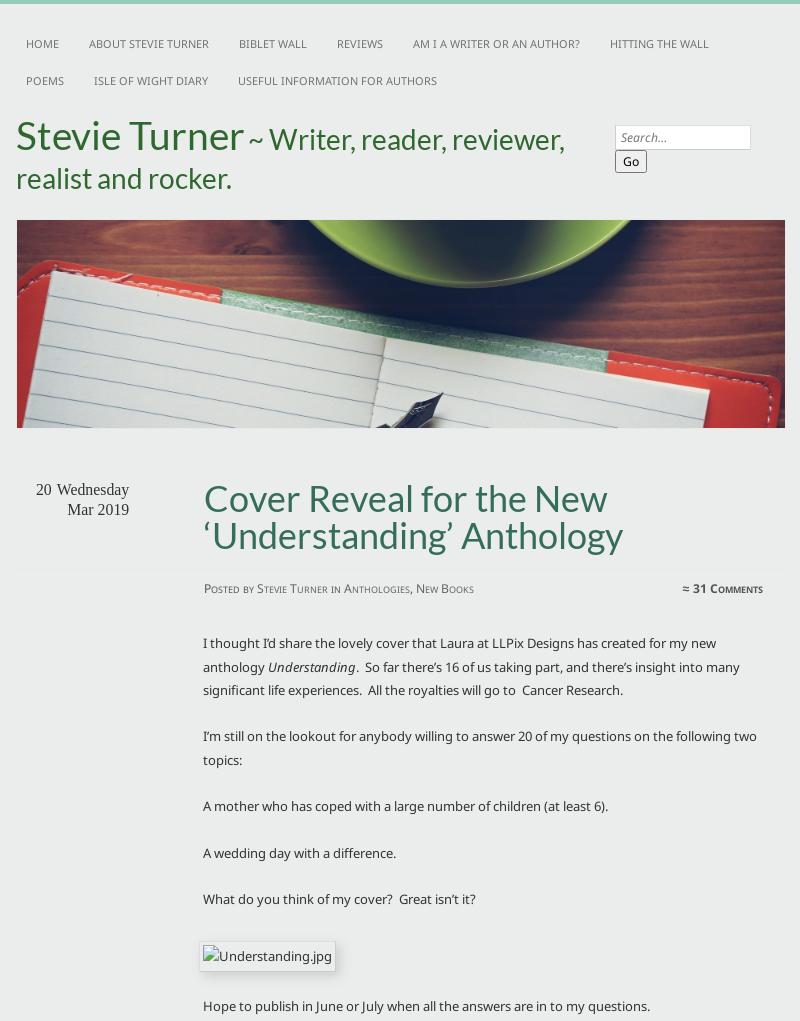 The image size is (800, 1021). Describe the element at coordinates (311, 664) in the screenshot. I see `'Understanding'` at that location.